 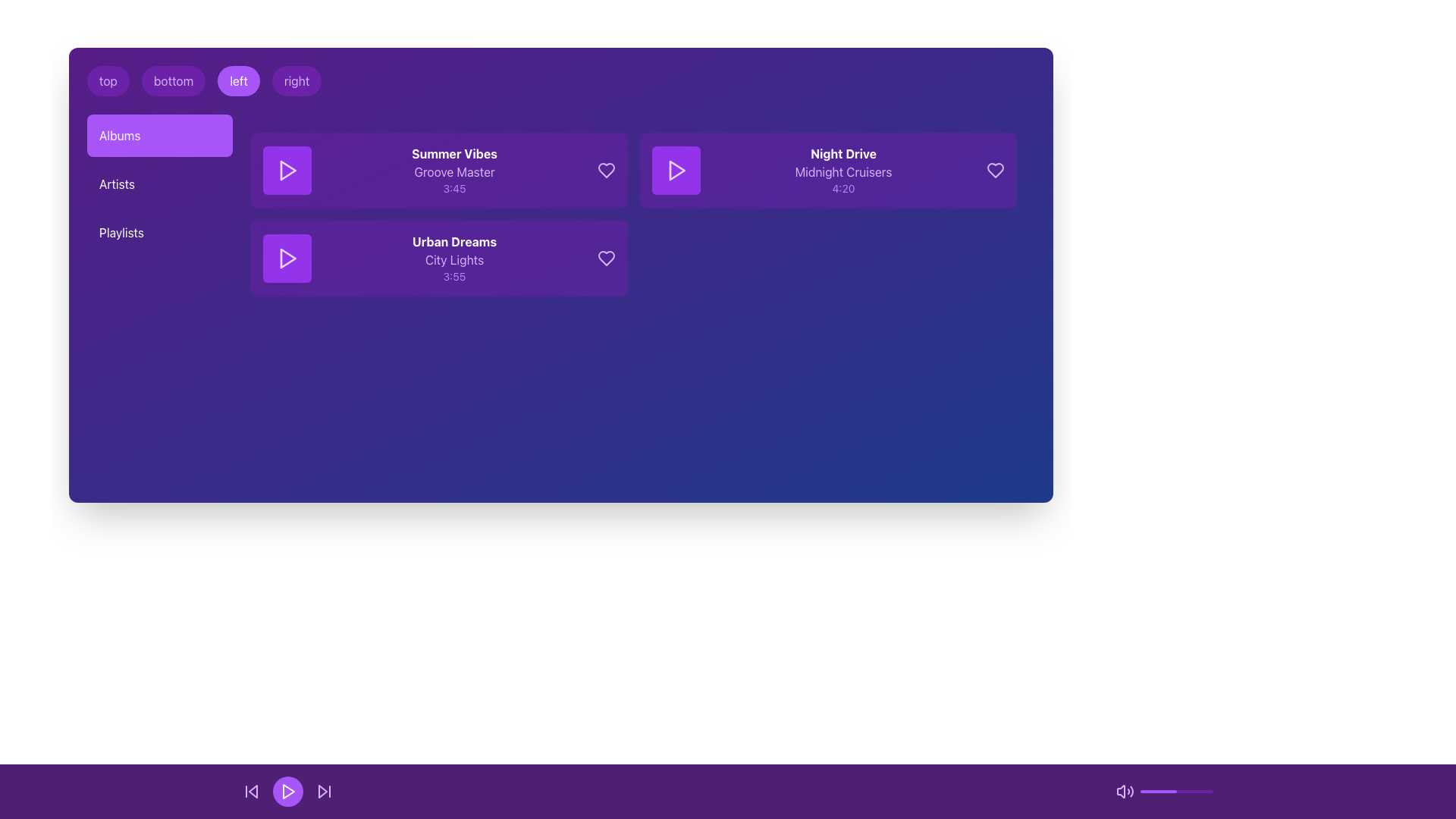 I want to click on the heart icon used for favoriting or liking the song 'Night Drive', so click(x=996, y=170).